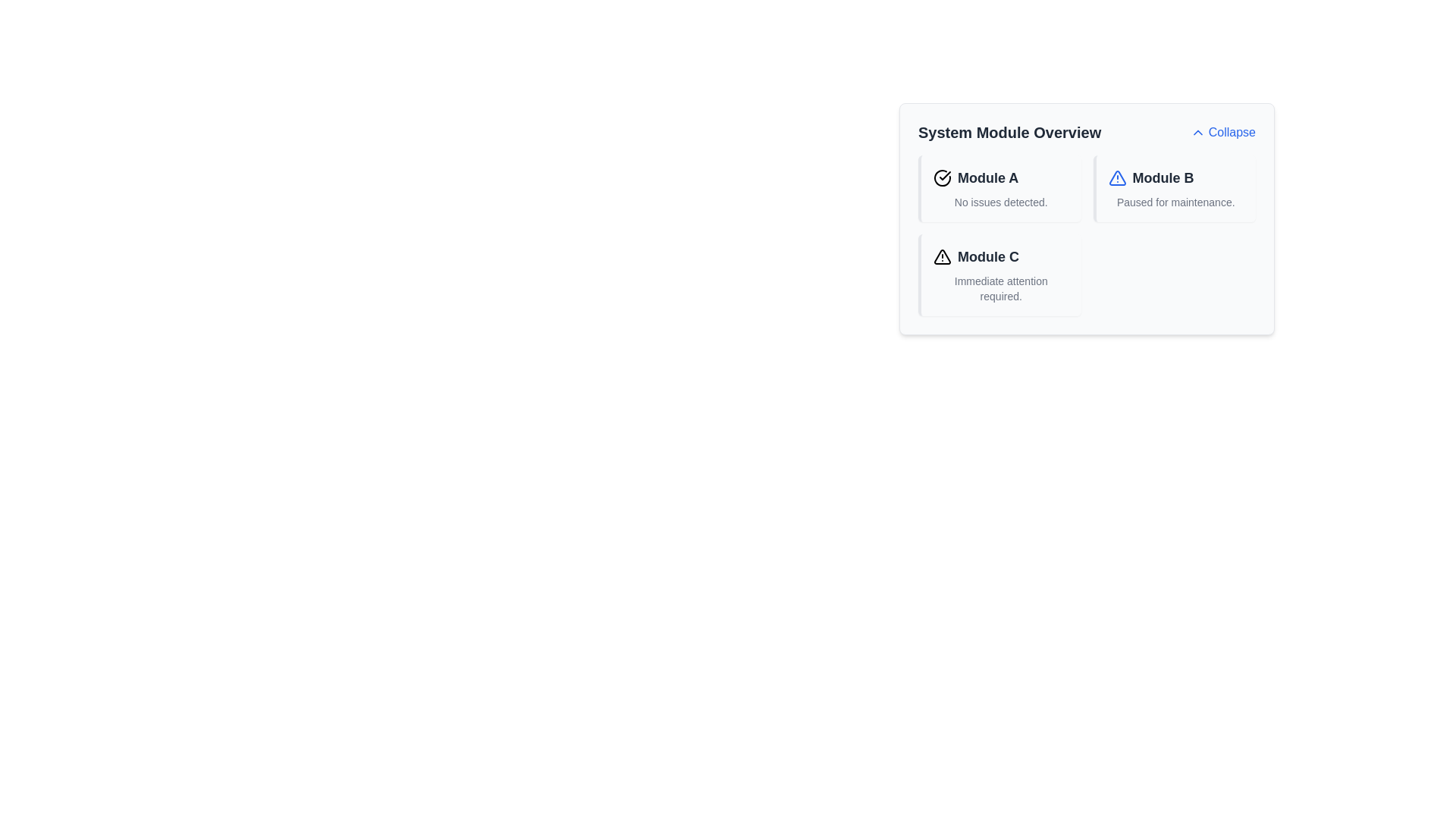 This screenshot has width=1456, height=819. Describe the element at coordinates (1001, 289) in the screenshot. I see `text label that states 'Immediate attention required.' which is styled in small gray font and is located below the title 'Module C'` at that location.